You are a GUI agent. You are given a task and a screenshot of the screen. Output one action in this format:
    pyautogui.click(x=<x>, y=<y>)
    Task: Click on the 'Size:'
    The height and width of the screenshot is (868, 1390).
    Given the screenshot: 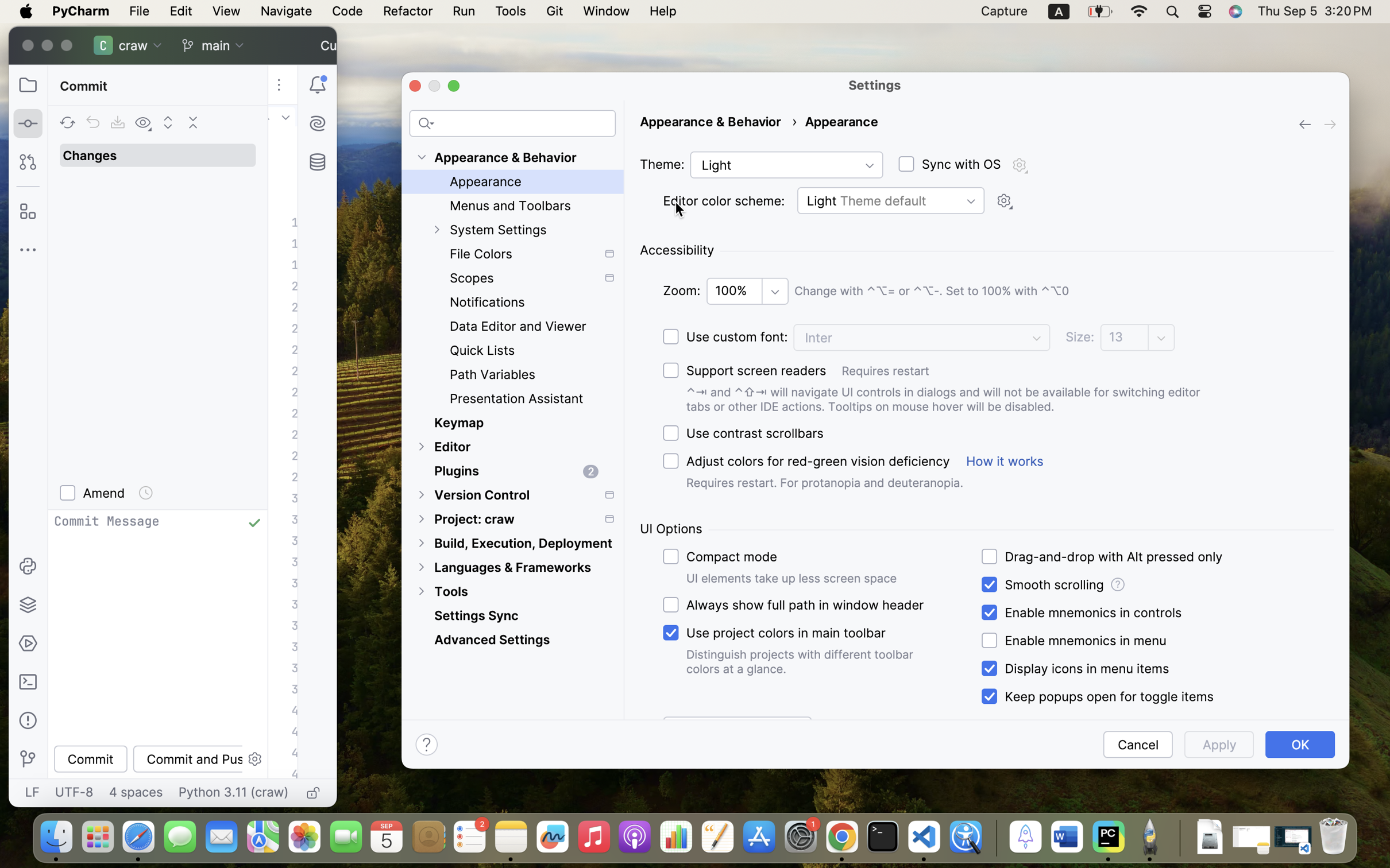 What is the action you would take?
    pyautogui.click(x=1080, y=336)
    